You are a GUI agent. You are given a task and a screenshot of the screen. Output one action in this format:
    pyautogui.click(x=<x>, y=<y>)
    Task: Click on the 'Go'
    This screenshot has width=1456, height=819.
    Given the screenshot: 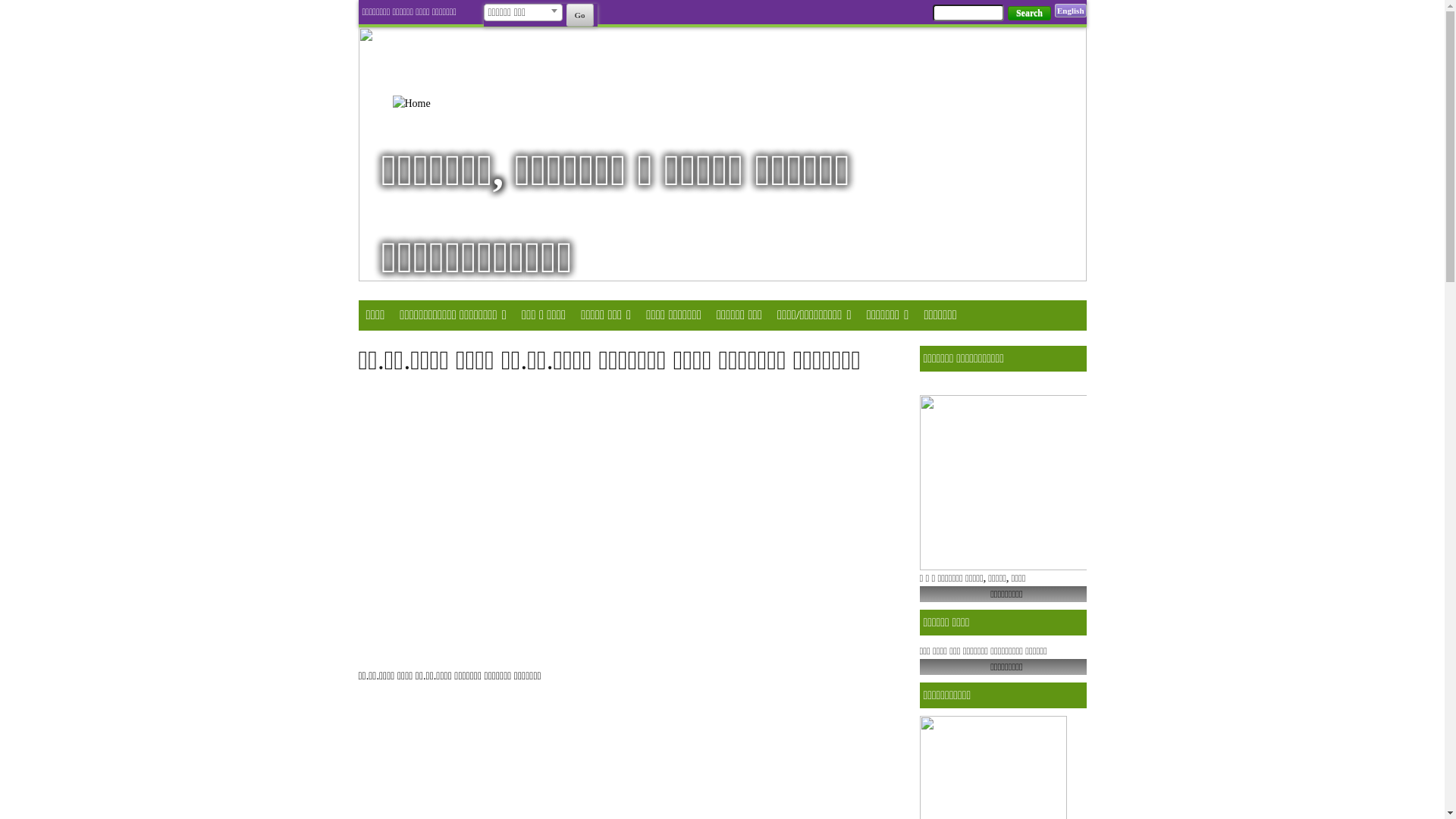 What is the action you would take?
    pyautogui.click(x=578, y=14)
    